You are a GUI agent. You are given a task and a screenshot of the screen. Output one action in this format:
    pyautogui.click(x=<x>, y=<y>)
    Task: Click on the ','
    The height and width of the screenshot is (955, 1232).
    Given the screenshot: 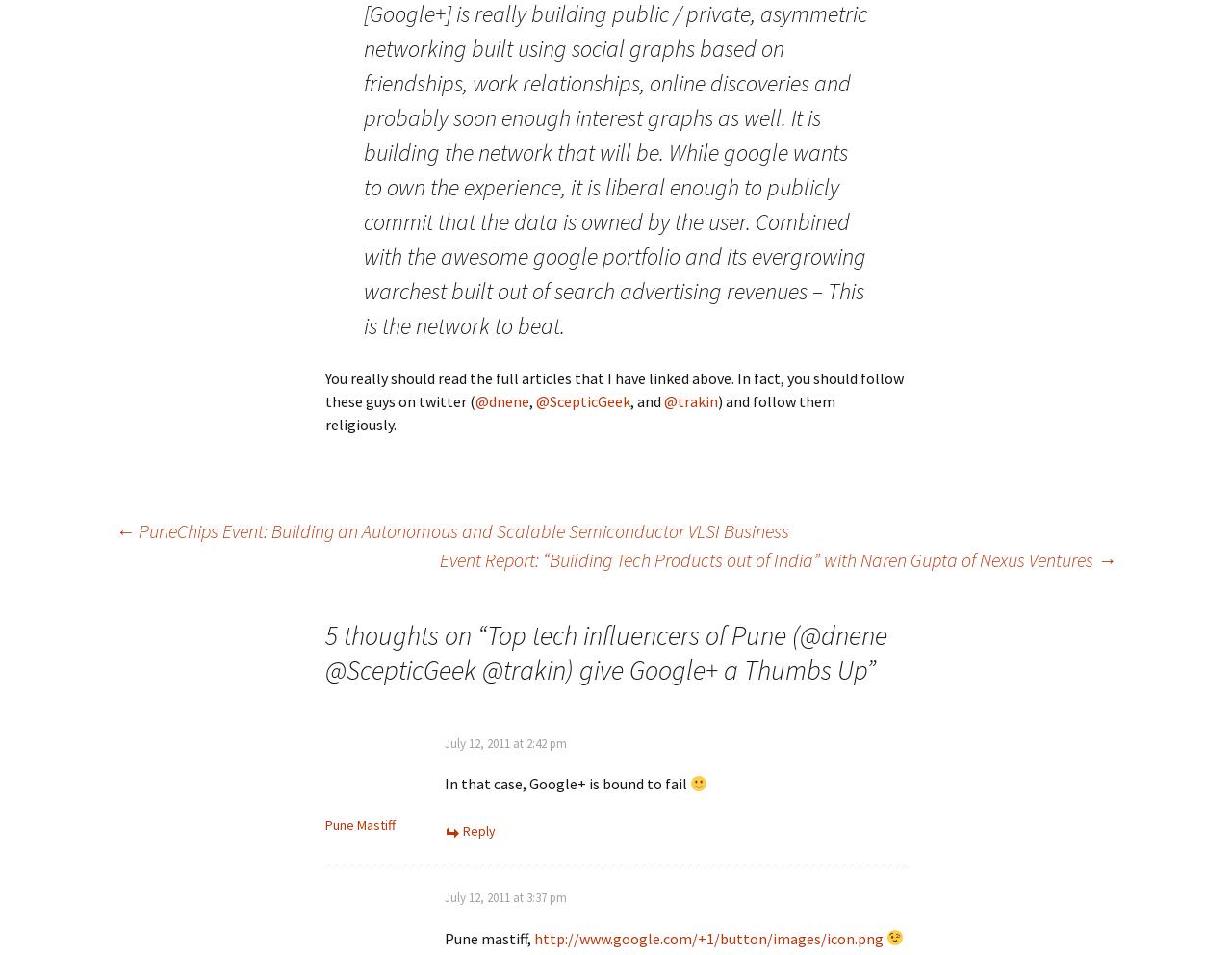 What is the action you would take?
    pyautogui.click(x=532, y=400)
    